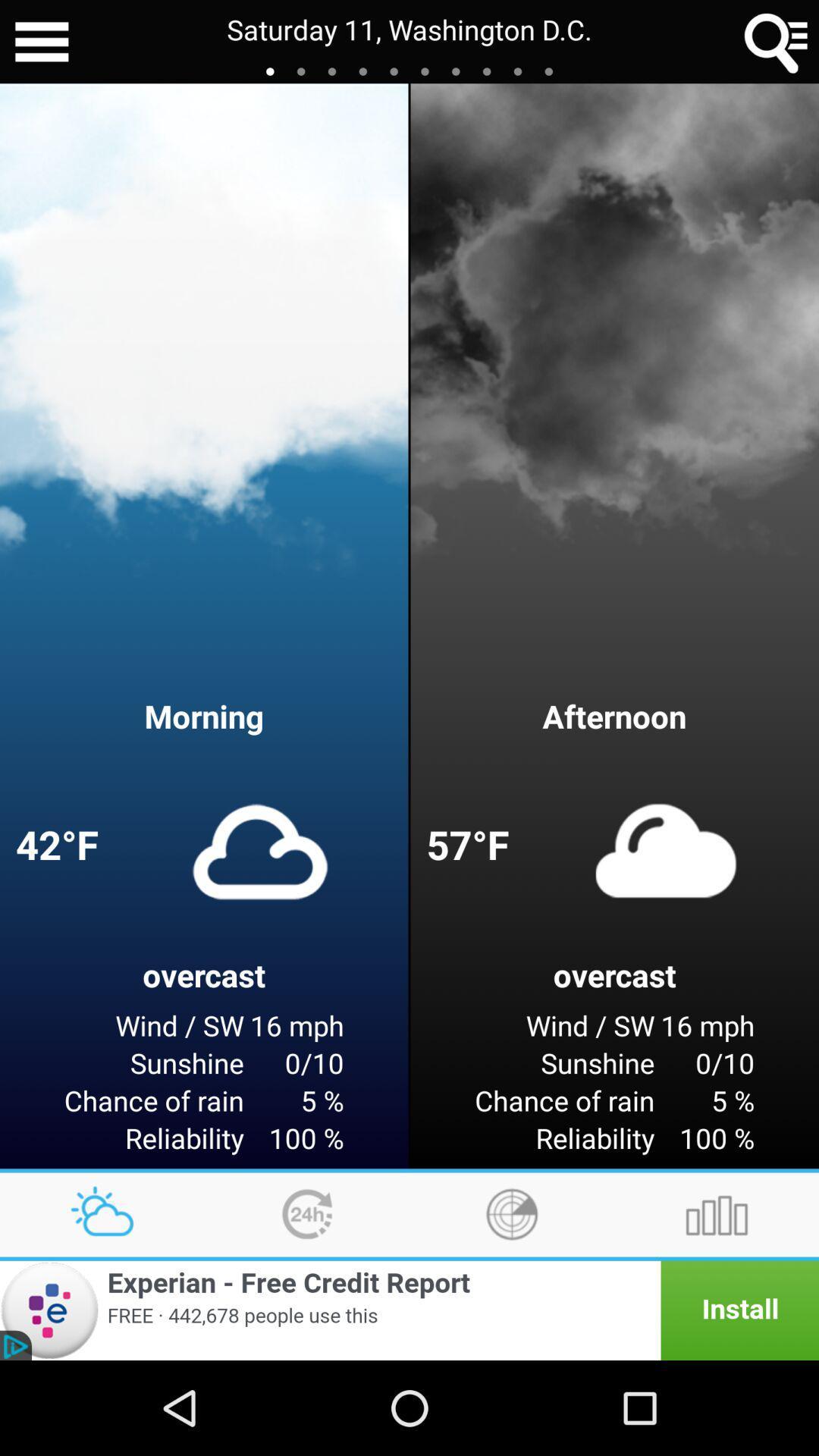  What do you see at coordinates (777, 42) in the screenshot?
I see `search` at bounding box center [777, 42].